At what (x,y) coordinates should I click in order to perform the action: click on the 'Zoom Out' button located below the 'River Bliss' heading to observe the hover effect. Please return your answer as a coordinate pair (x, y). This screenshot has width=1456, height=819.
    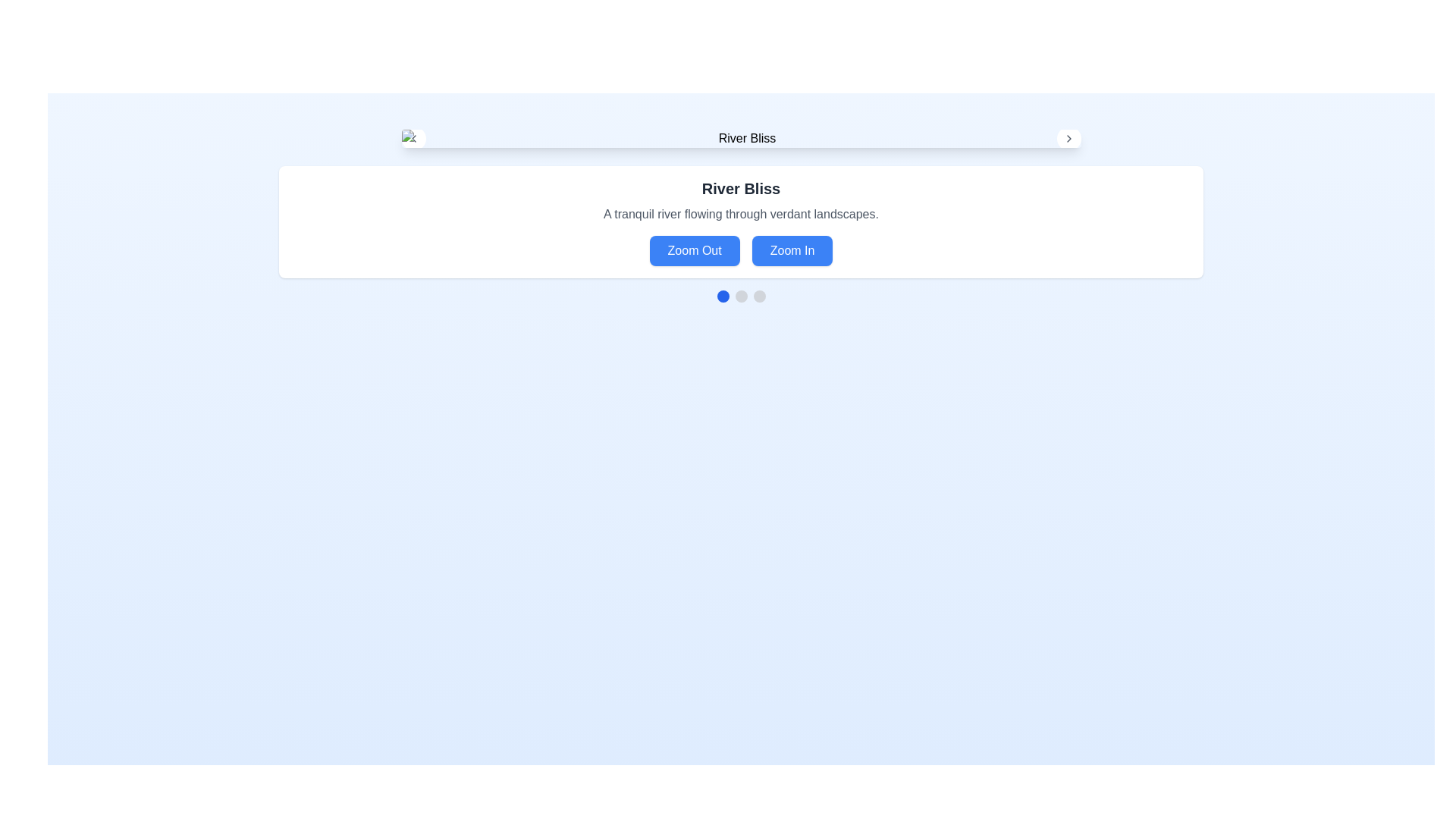
    Looking at the image, I should click on (694, 250).